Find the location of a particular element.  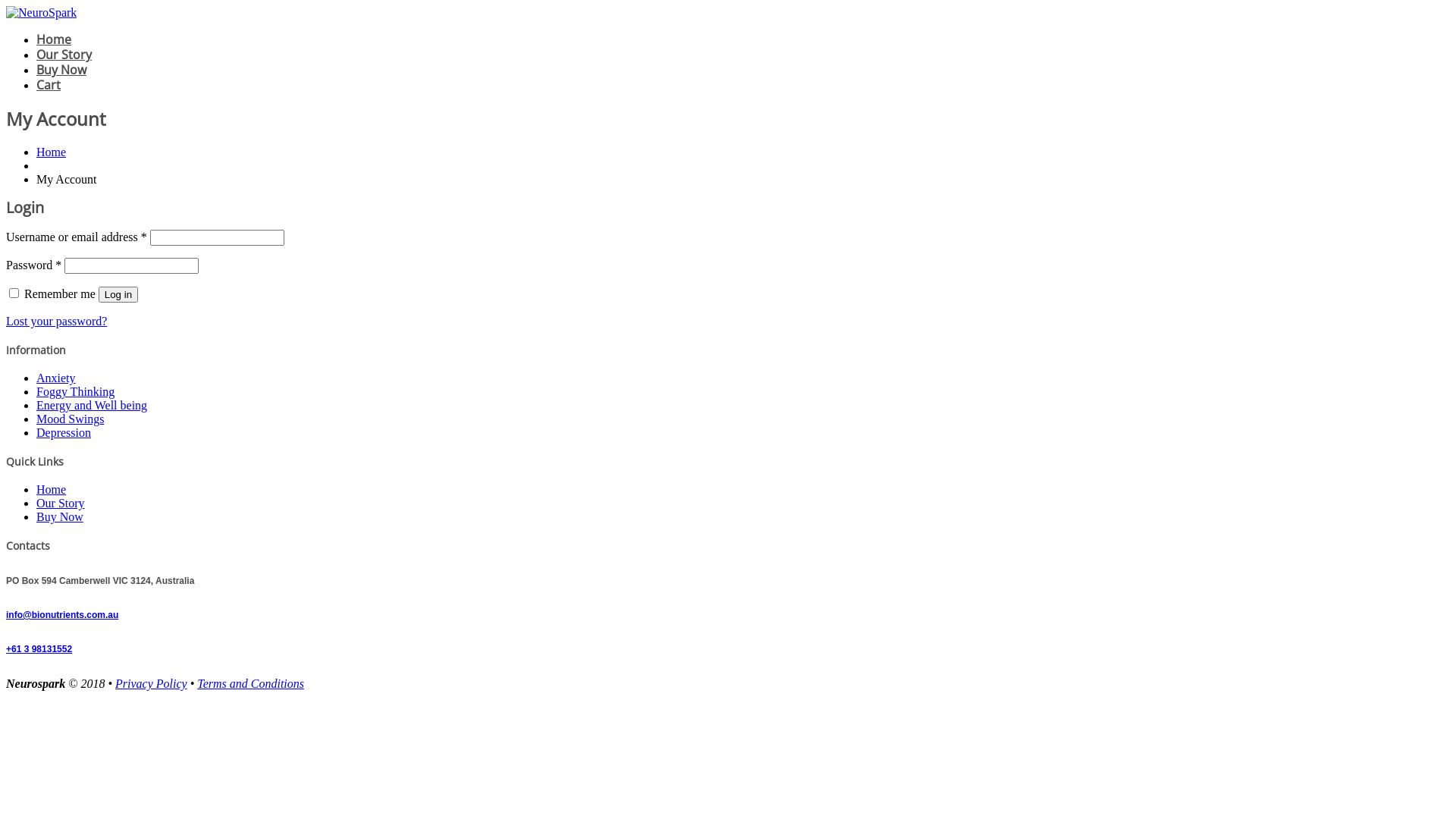

'Foggy Thinking' is located at coordinates (74, 391).